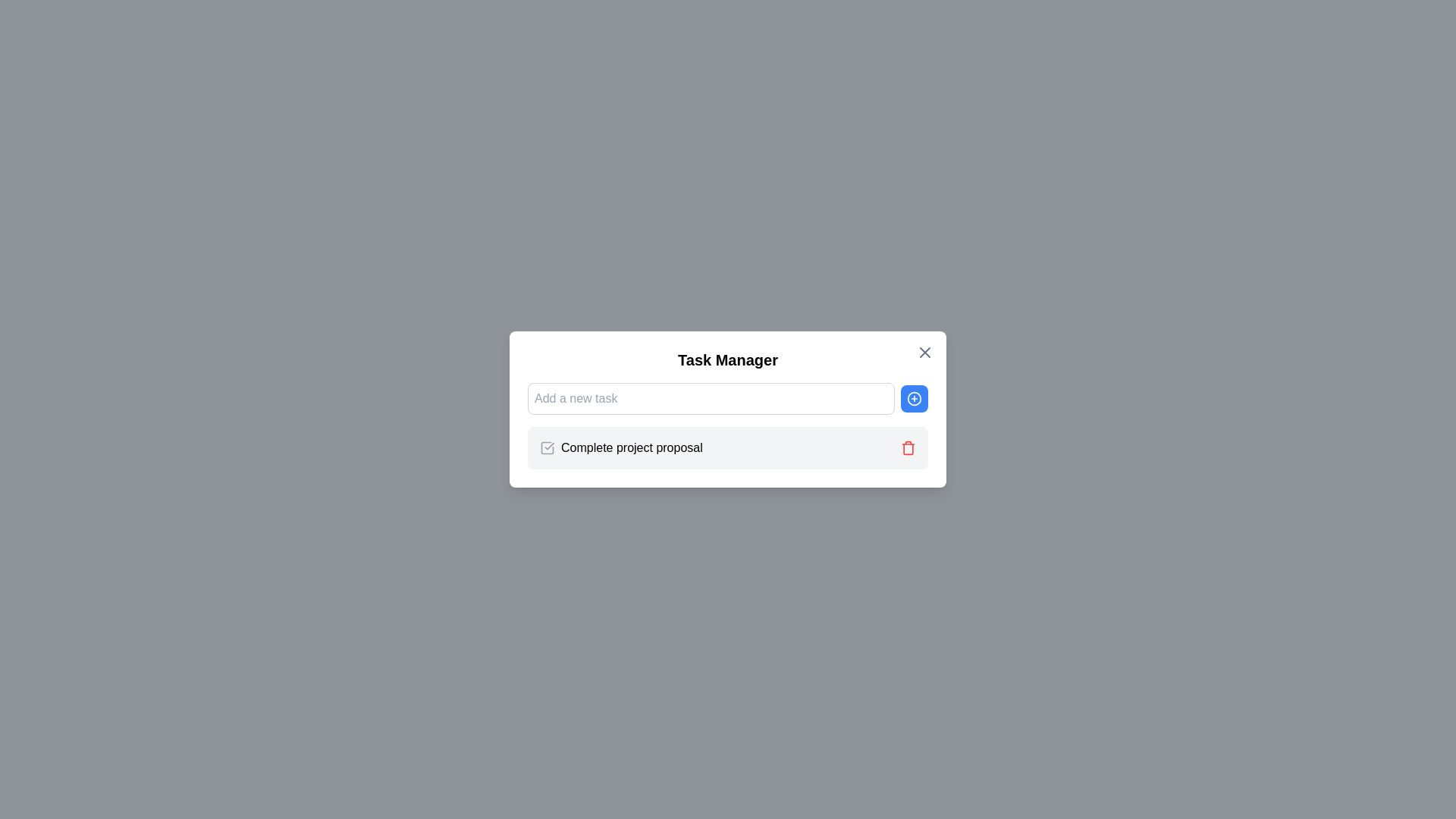 Image resolution: width=1456 pixels, height=819 pixels. What do you see at coordinates (546, 447) in the screenshot?
I see `the checkbox indicating the completion status of the task 'Complete project proposal'` at bounding box center [546, 447].